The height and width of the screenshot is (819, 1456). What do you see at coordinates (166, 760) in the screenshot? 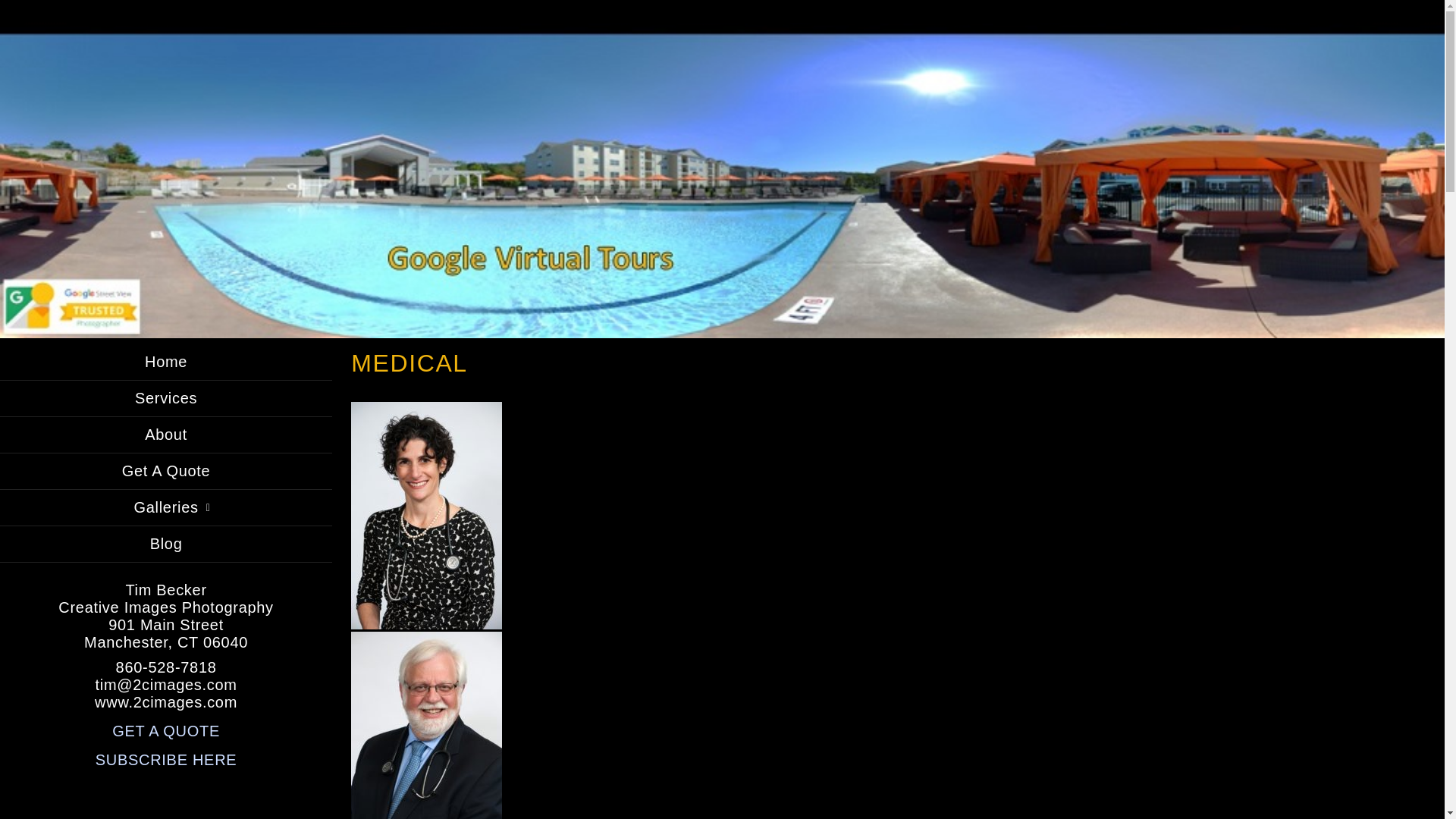
I see `'SUBSCRIBE HERE'` at bounding box center [166, 760].